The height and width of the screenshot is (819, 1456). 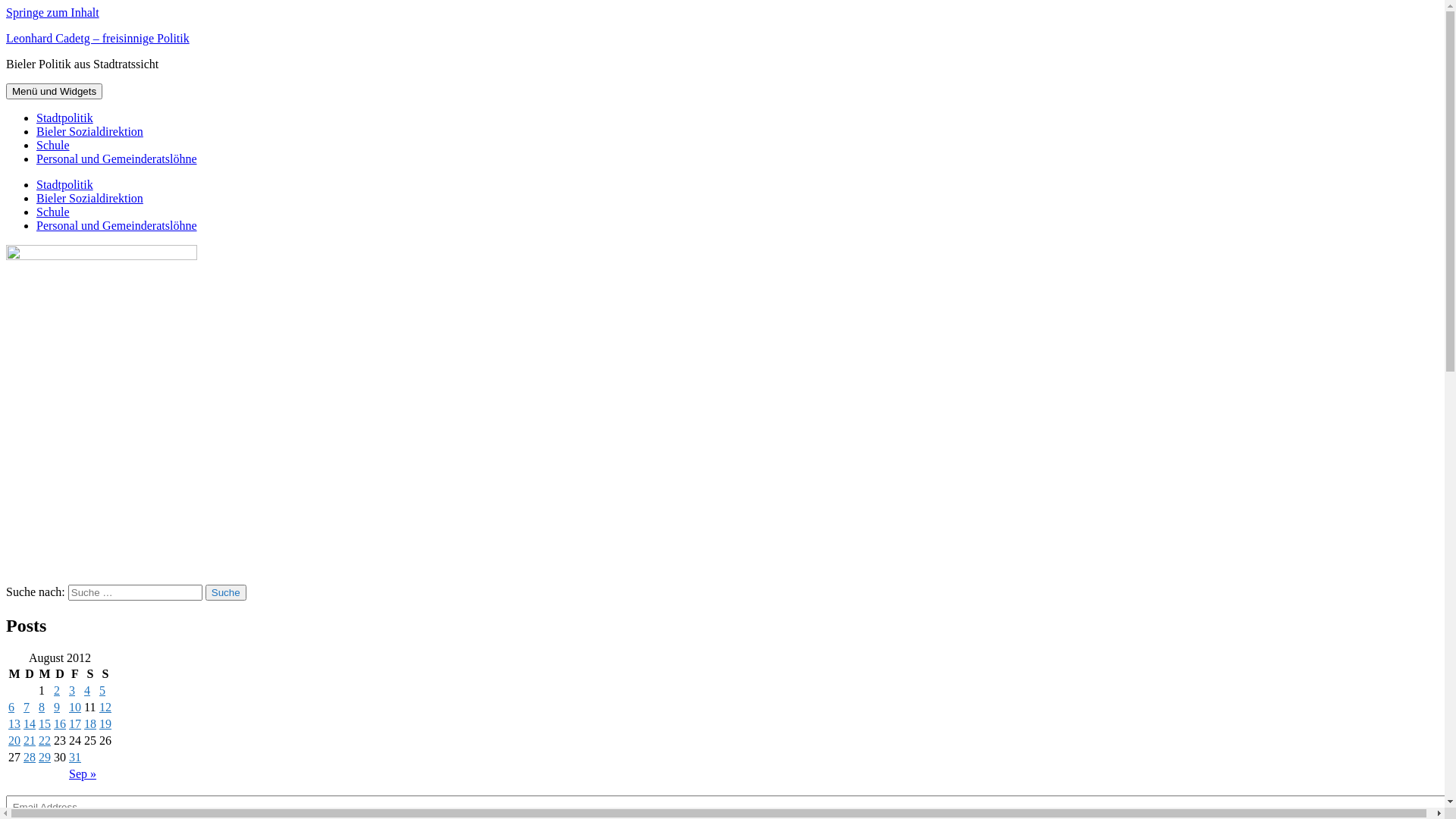 I want to click on '20', so click(x=14, y=739).